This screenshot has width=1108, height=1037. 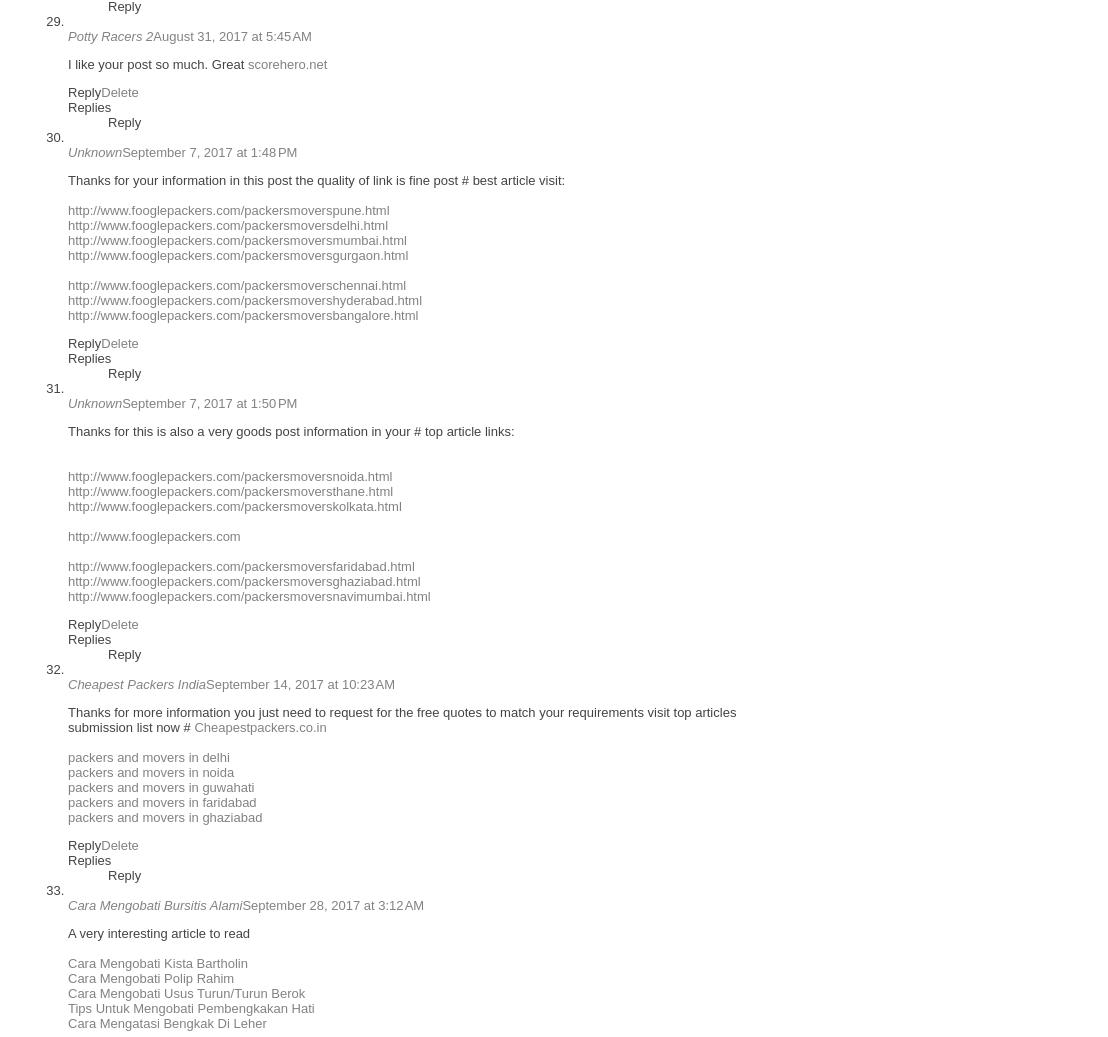 What do you see at coordinates (156, 963) in the screenshot?
I see `'Cara Mengobati Kista Bartholin'` at bounding box center [156, 963].